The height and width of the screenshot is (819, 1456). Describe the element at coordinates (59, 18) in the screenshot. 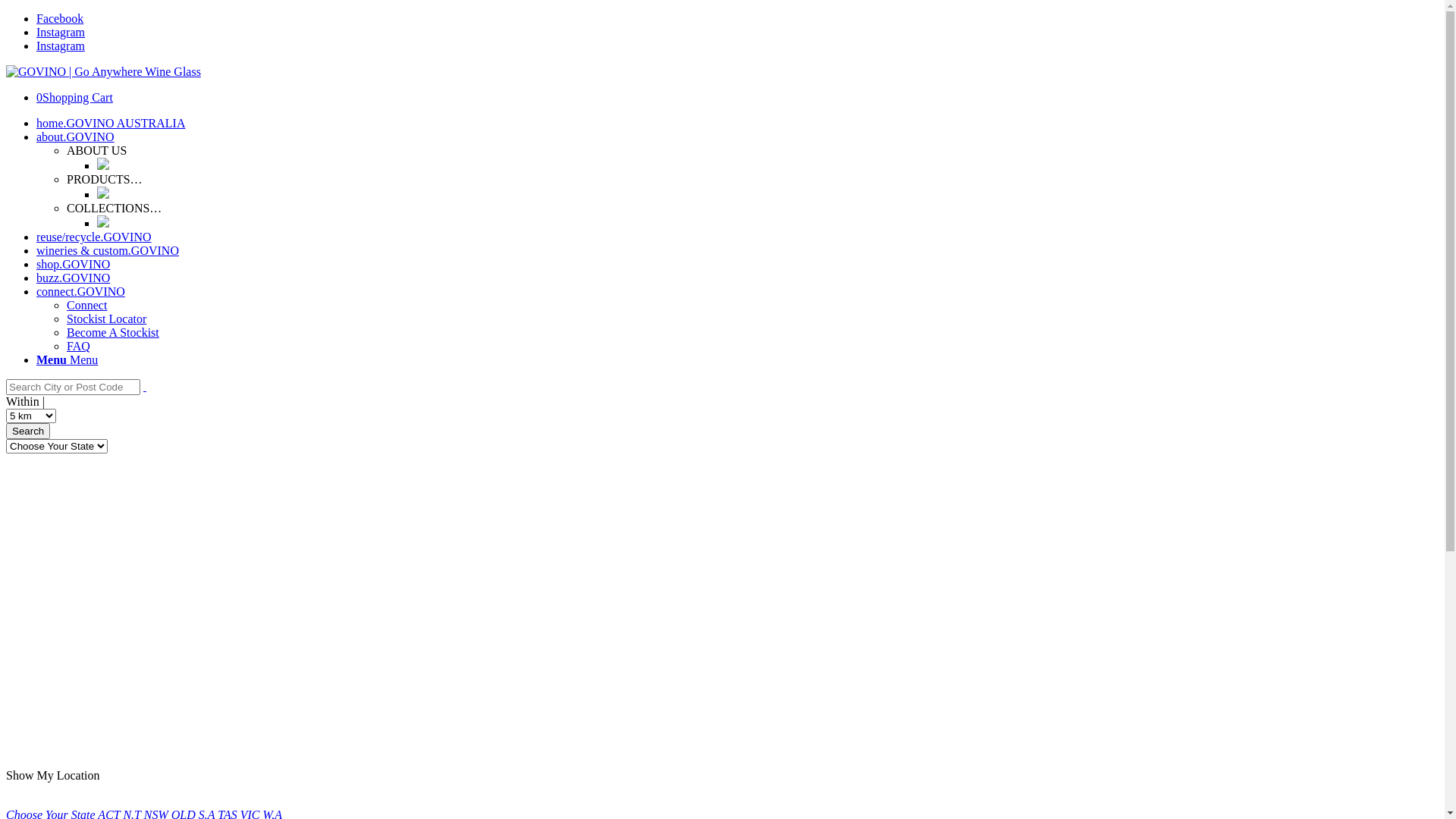

I see `'Facebook'` at that location.